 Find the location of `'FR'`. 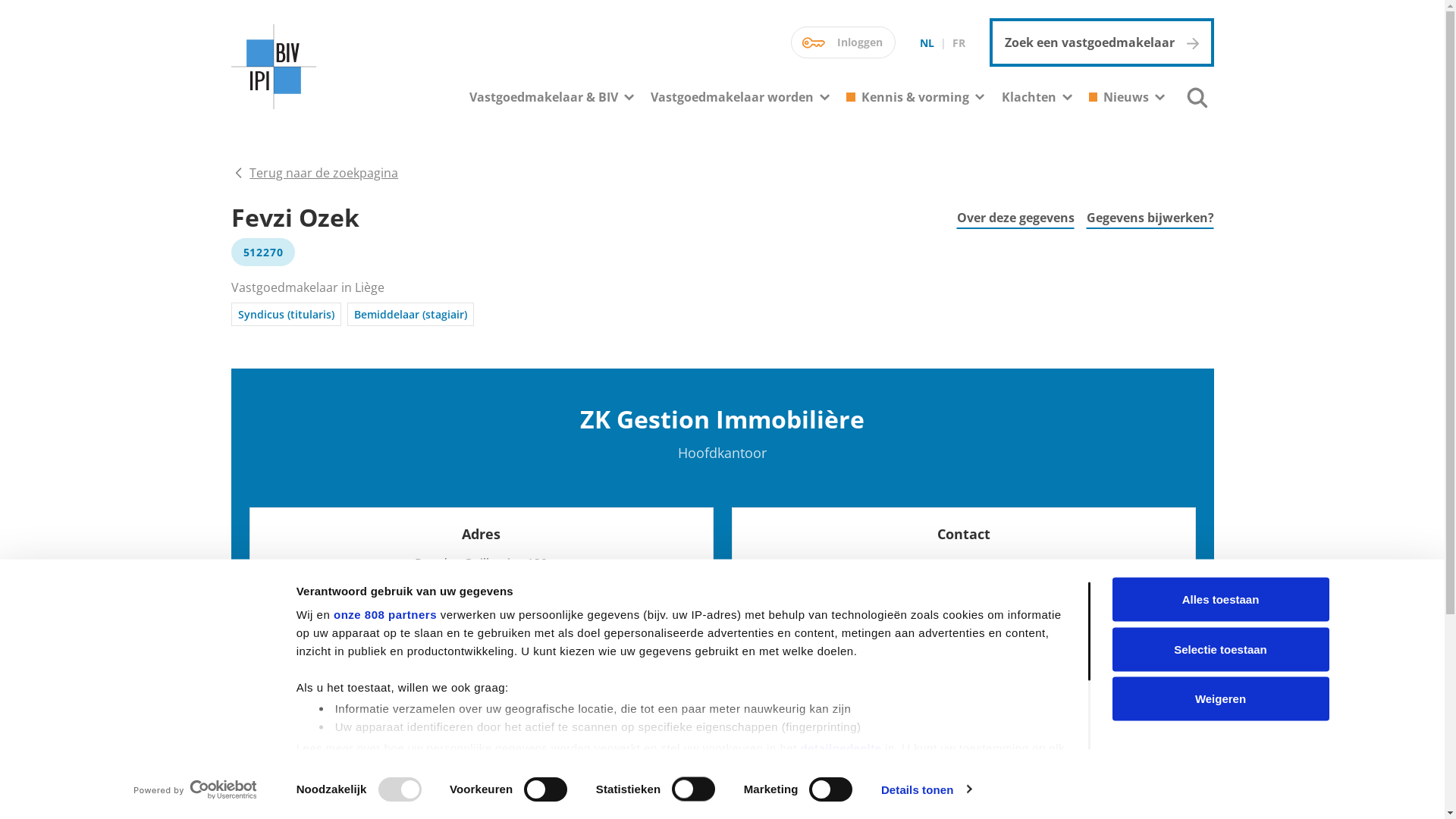

'FR' is located at coordinates (952, 42).